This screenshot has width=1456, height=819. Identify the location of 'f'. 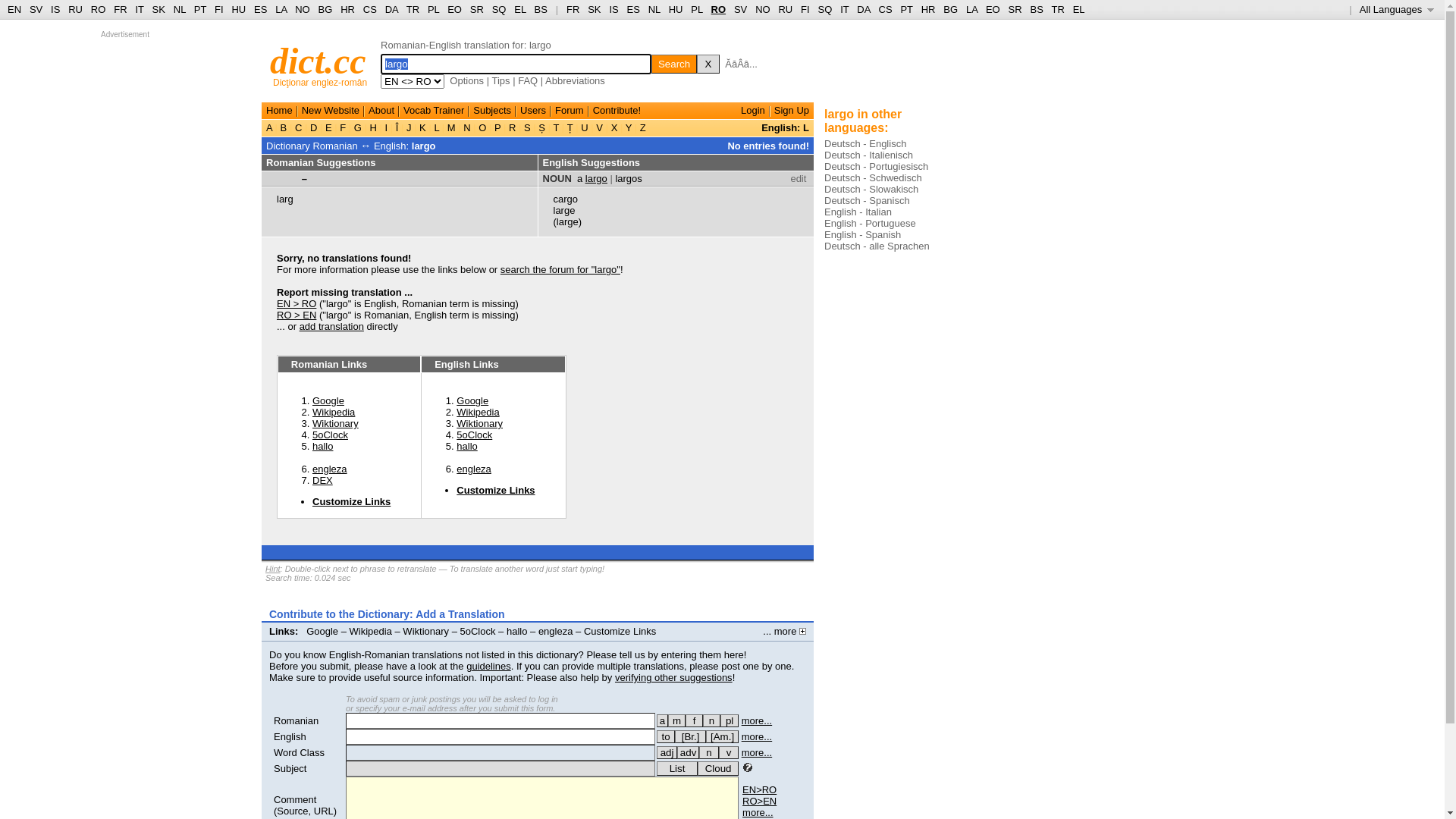
(693, 720).